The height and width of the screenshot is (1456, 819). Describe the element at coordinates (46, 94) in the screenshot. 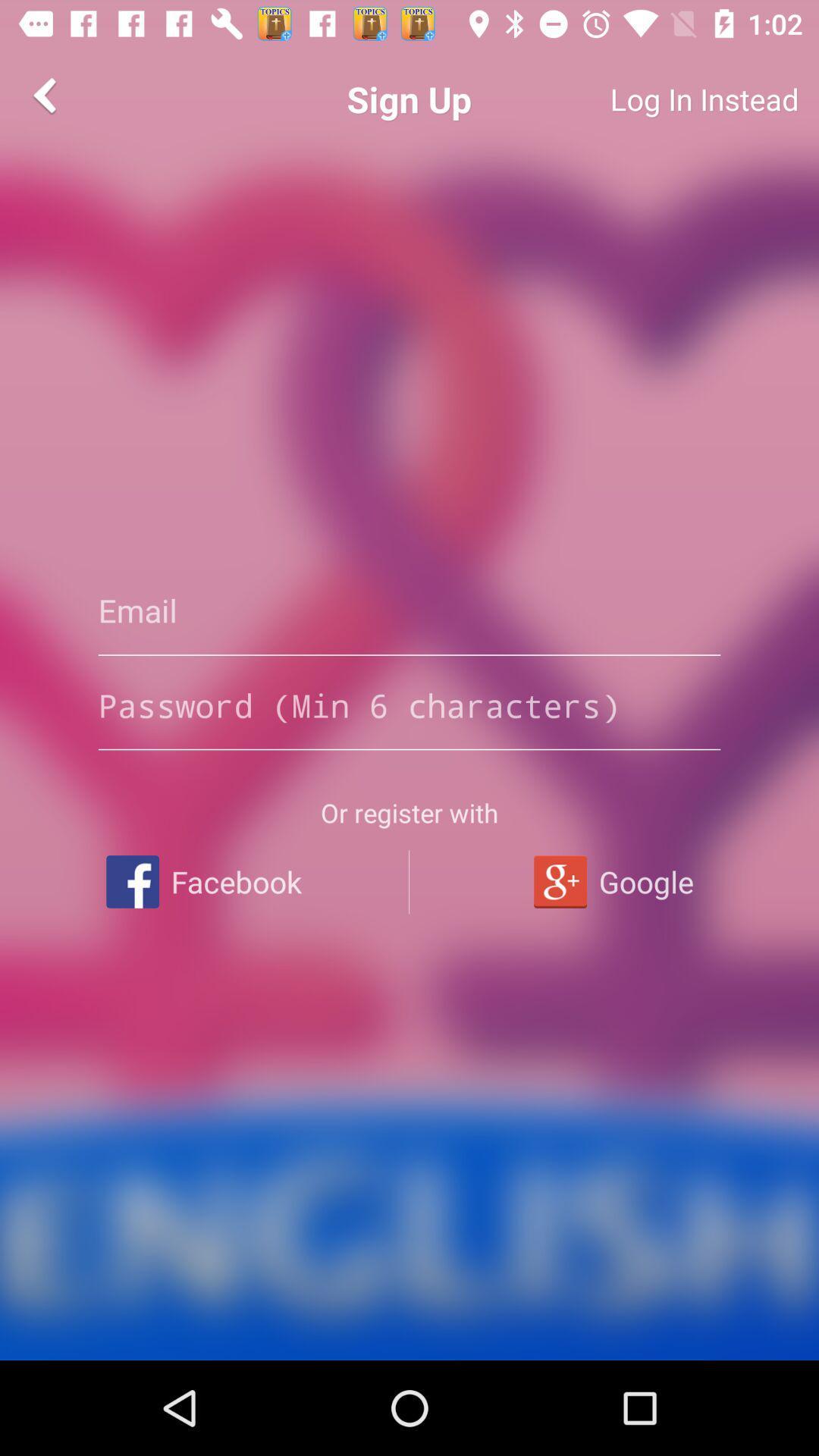

I see `back` at that location.